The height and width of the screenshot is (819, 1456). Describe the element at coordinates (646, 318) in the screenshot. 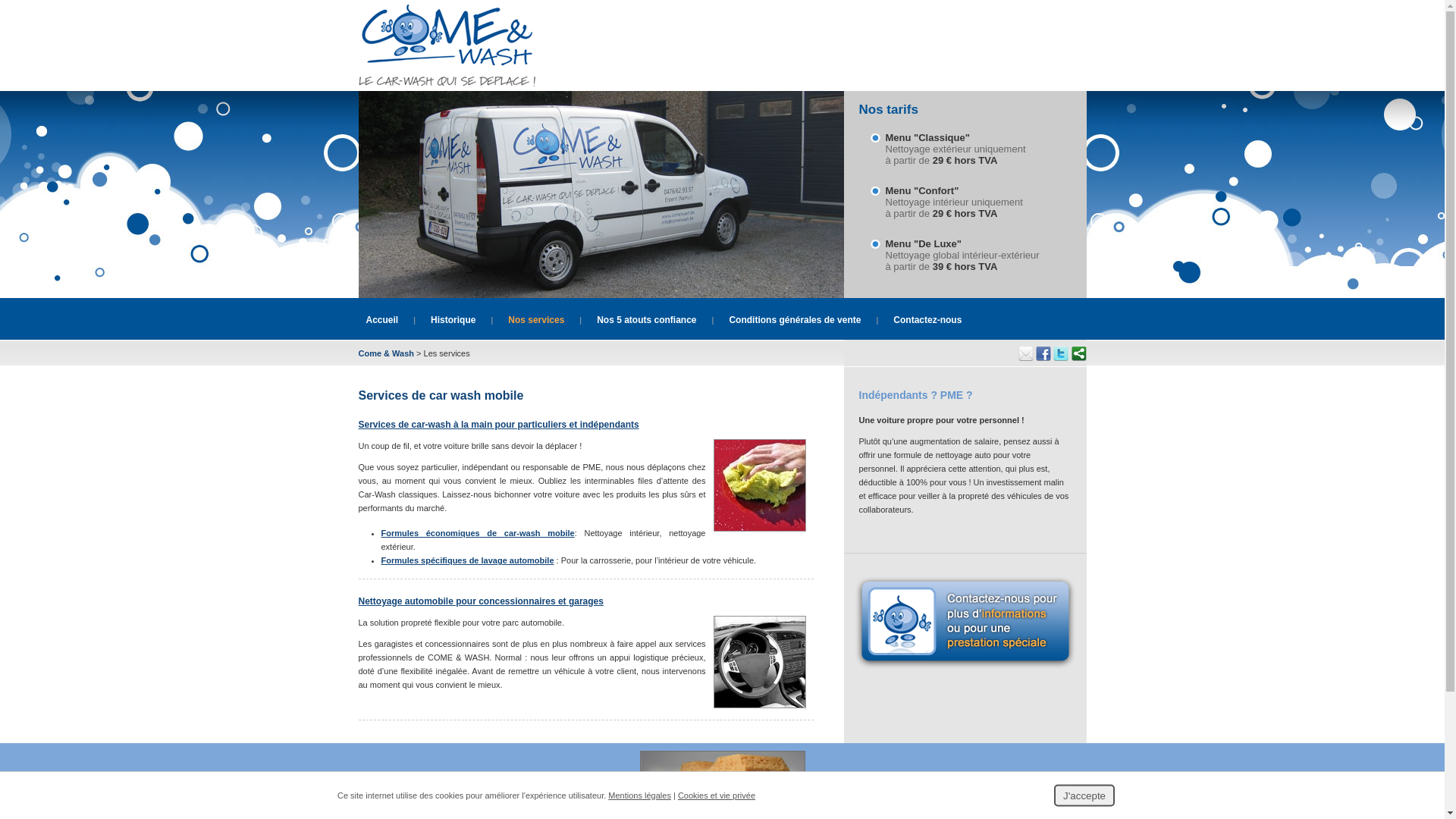

I see `'Nos 5 atouts confiance'` at that location.